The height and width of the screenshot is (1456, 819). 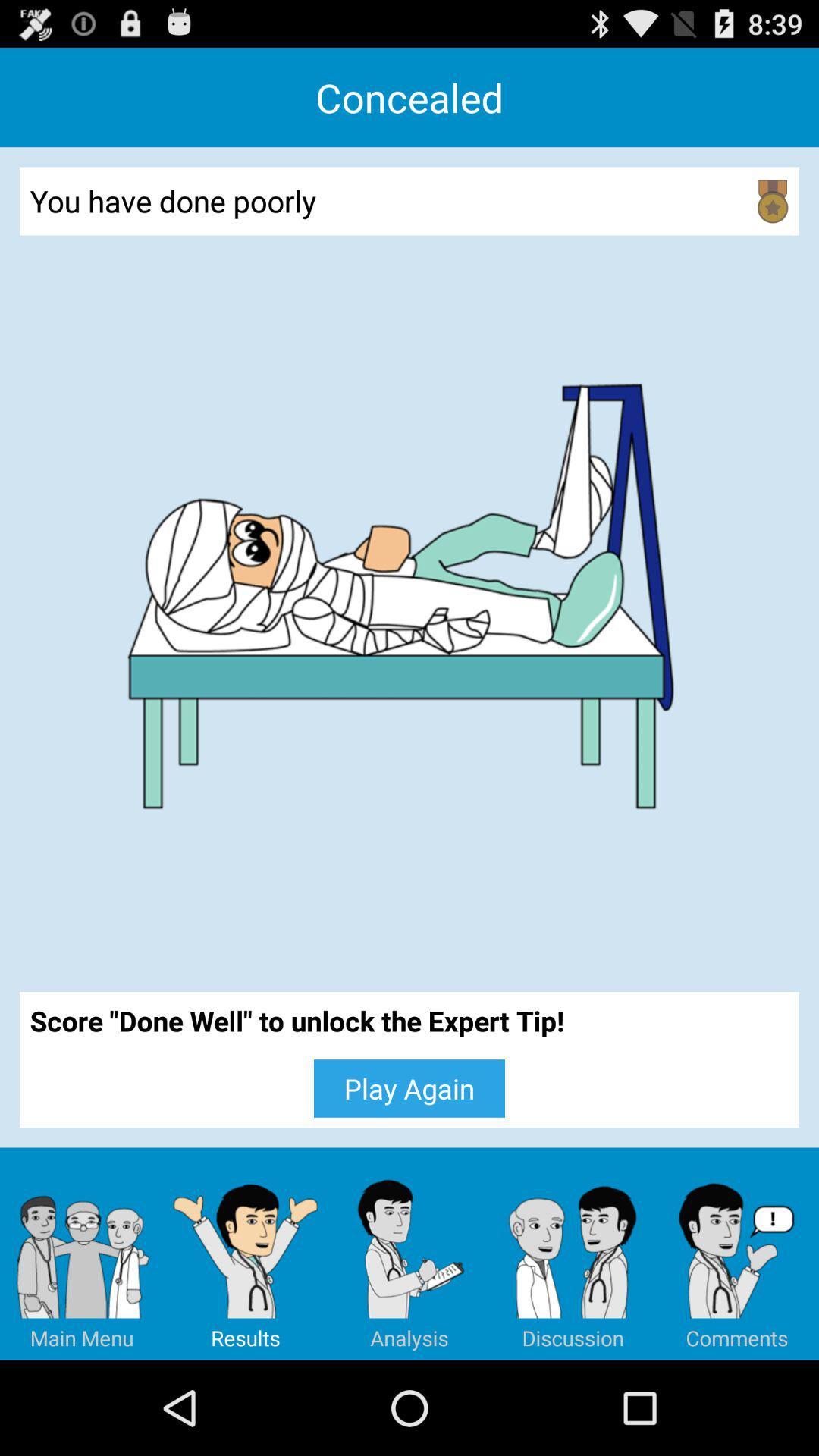 I want to click on the filter icon, so click(x=245, y=1341).